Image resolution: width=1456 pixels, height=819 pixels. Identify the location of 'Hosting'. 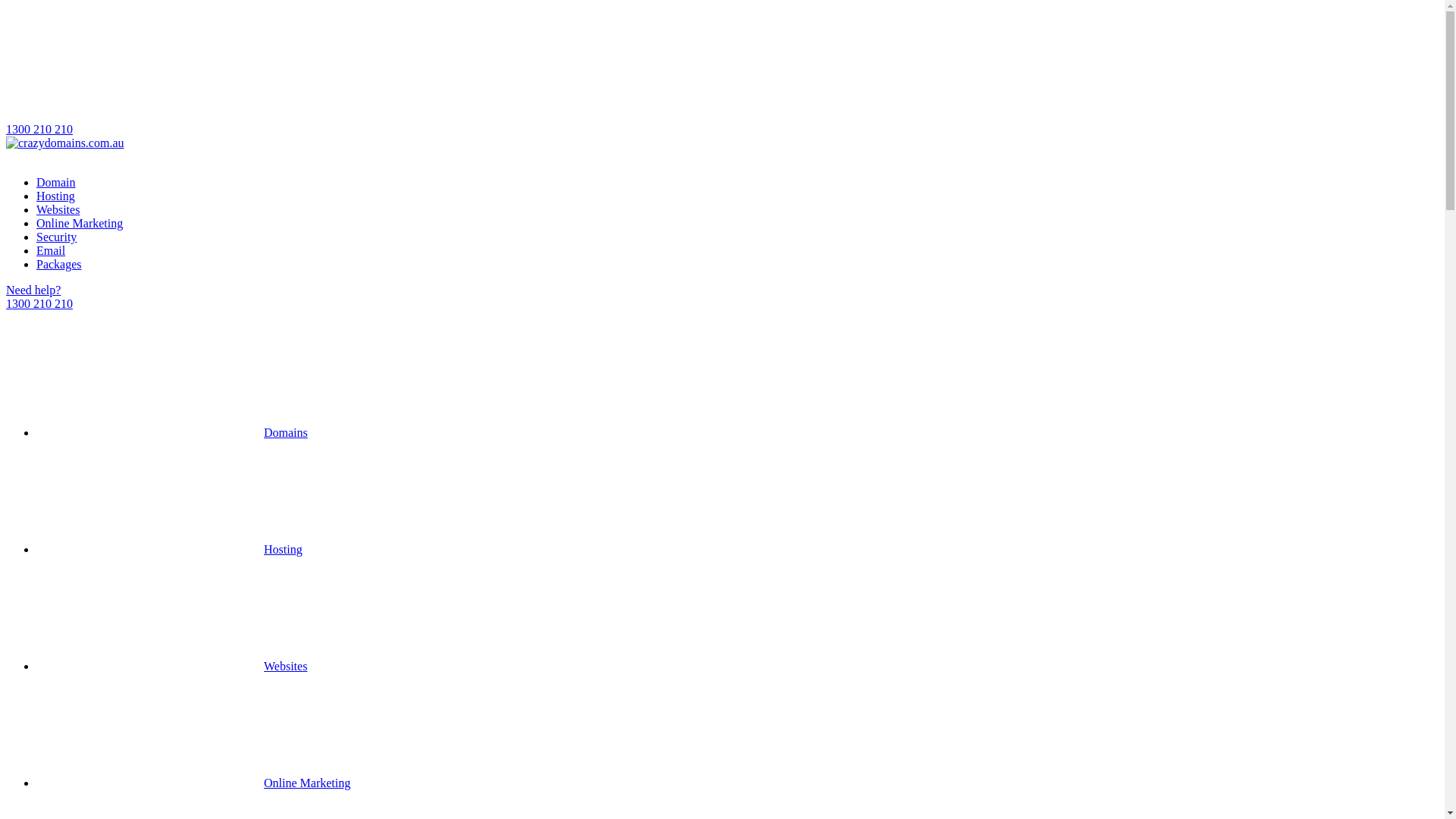
(169, 549).